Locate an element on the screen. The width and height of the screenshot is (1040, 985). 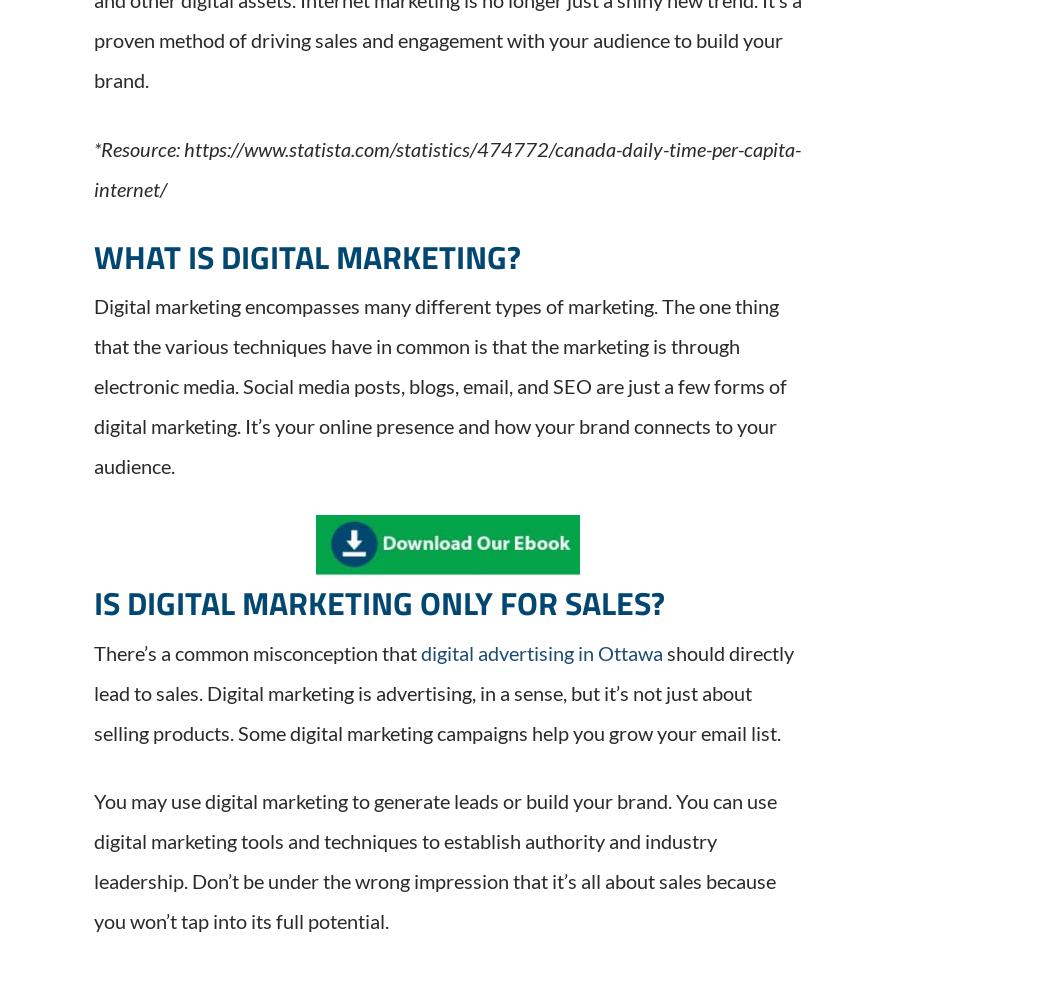
'2 MINUTES TO READ' is located at coordinates (404, 399).